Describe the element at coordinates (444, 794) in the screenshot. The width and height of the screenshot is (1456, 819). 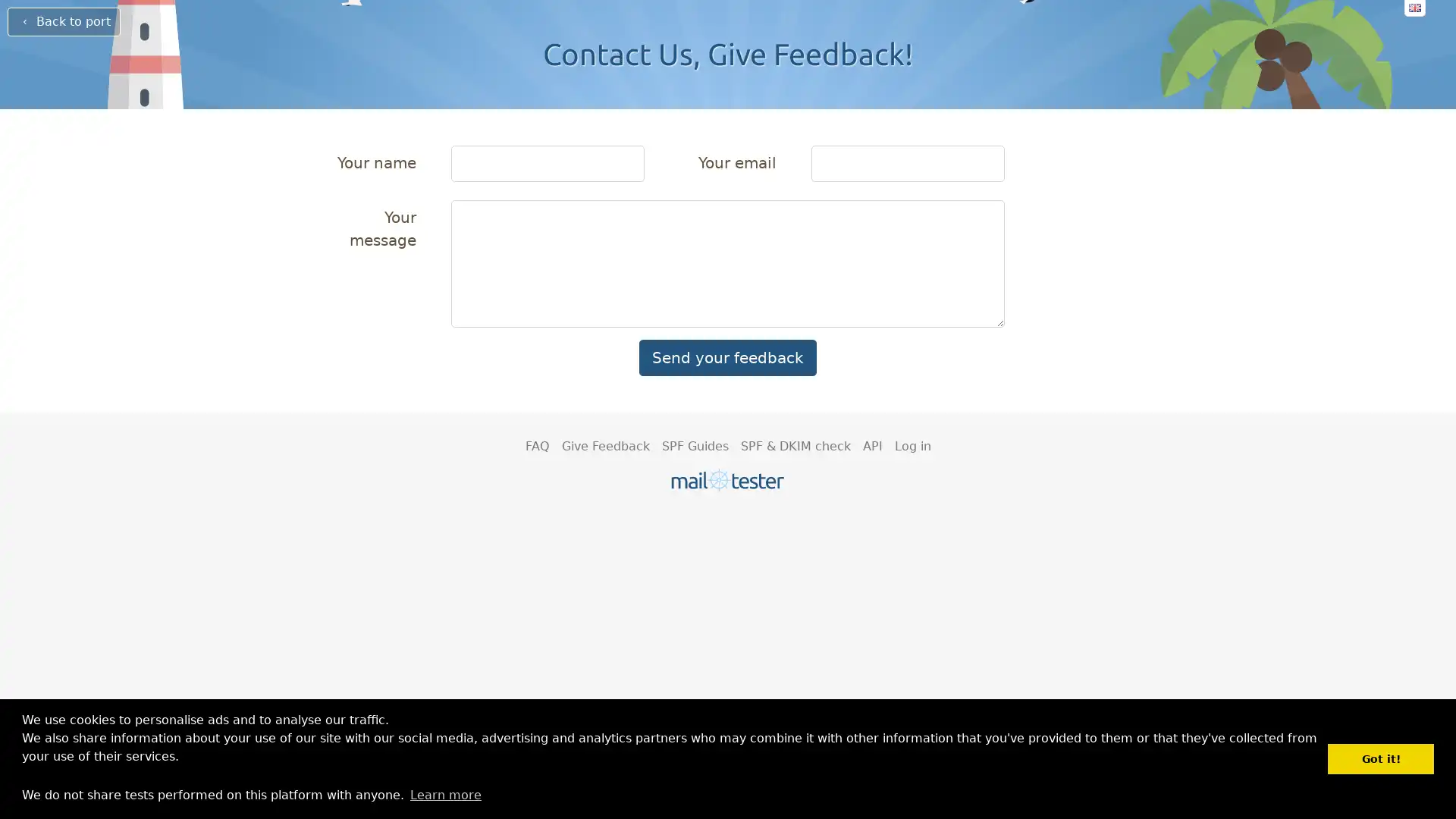
I see `learn more about cookies` at that location.